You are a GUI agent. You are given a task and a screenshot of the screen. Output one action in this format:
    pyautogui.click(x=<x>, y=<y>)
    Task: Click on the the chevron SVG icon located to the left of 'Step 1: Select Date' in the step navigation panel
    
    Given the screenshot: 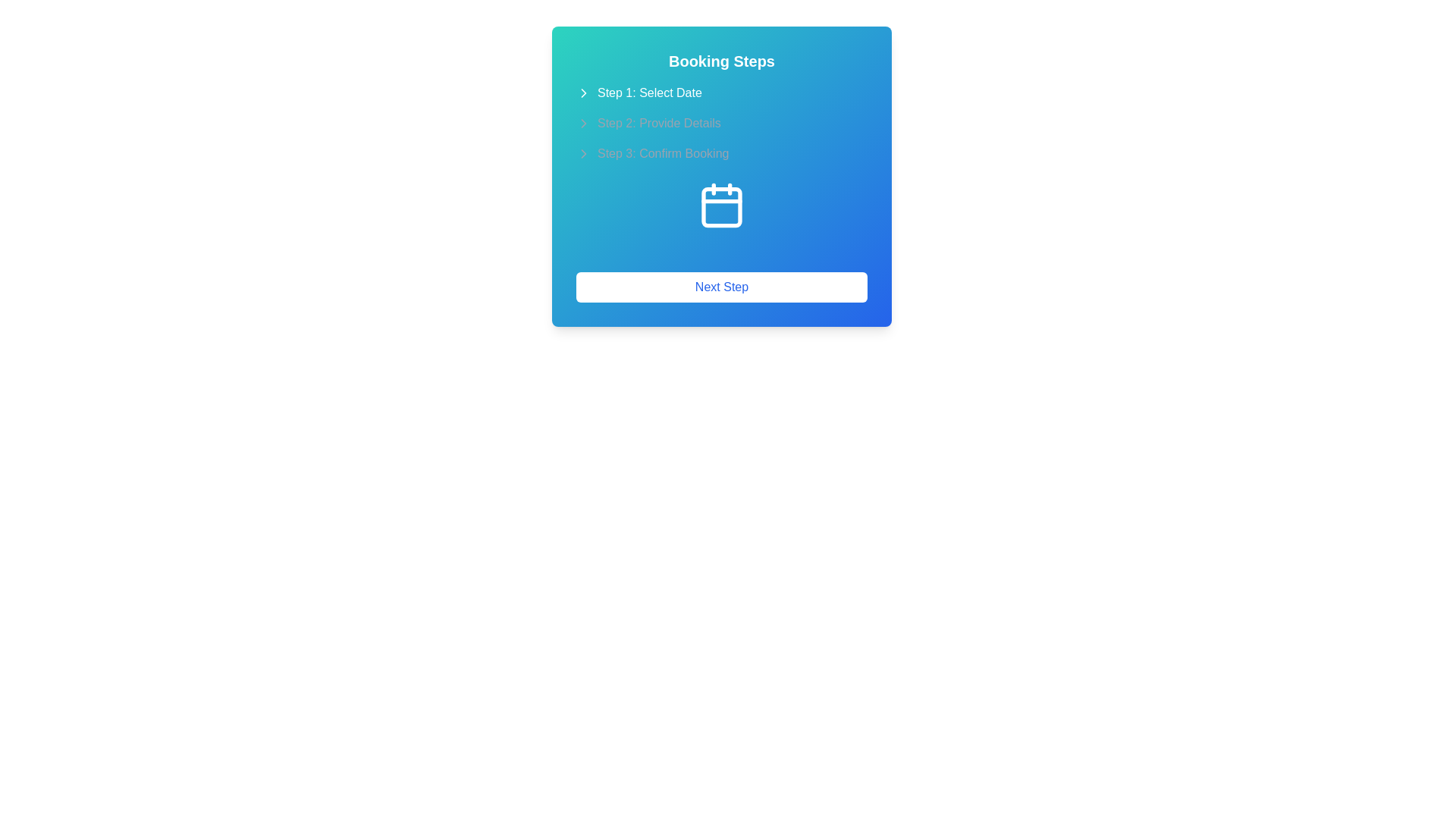 What is the action you would take?
    pyautogui.click(x=582, y=93)
    